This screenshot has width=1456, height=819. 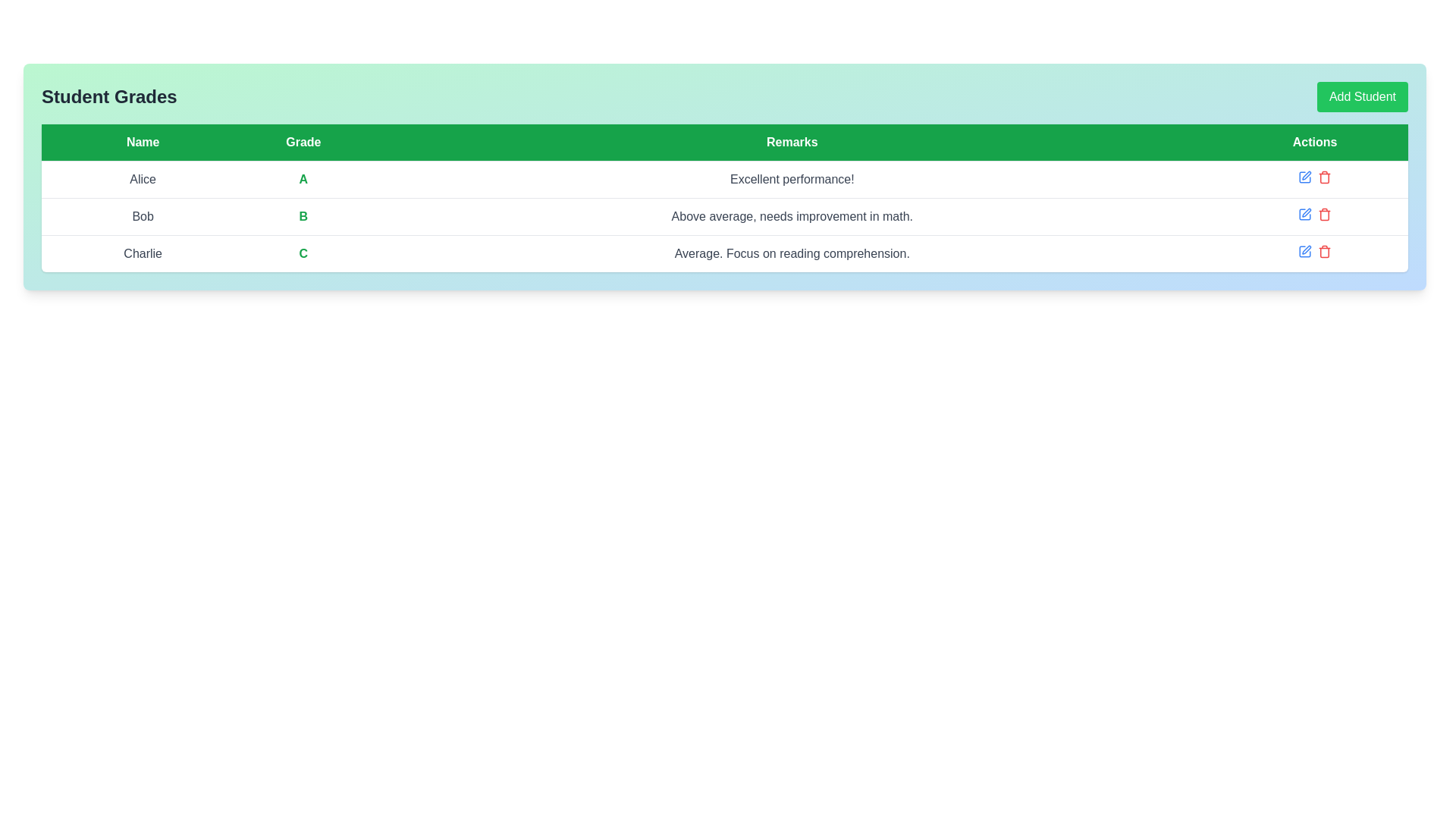 I want to click on text content displaying grade 'B' for the student named 'Bob' in the second cell of the 'Grade' column, so click(x=303, y=216).